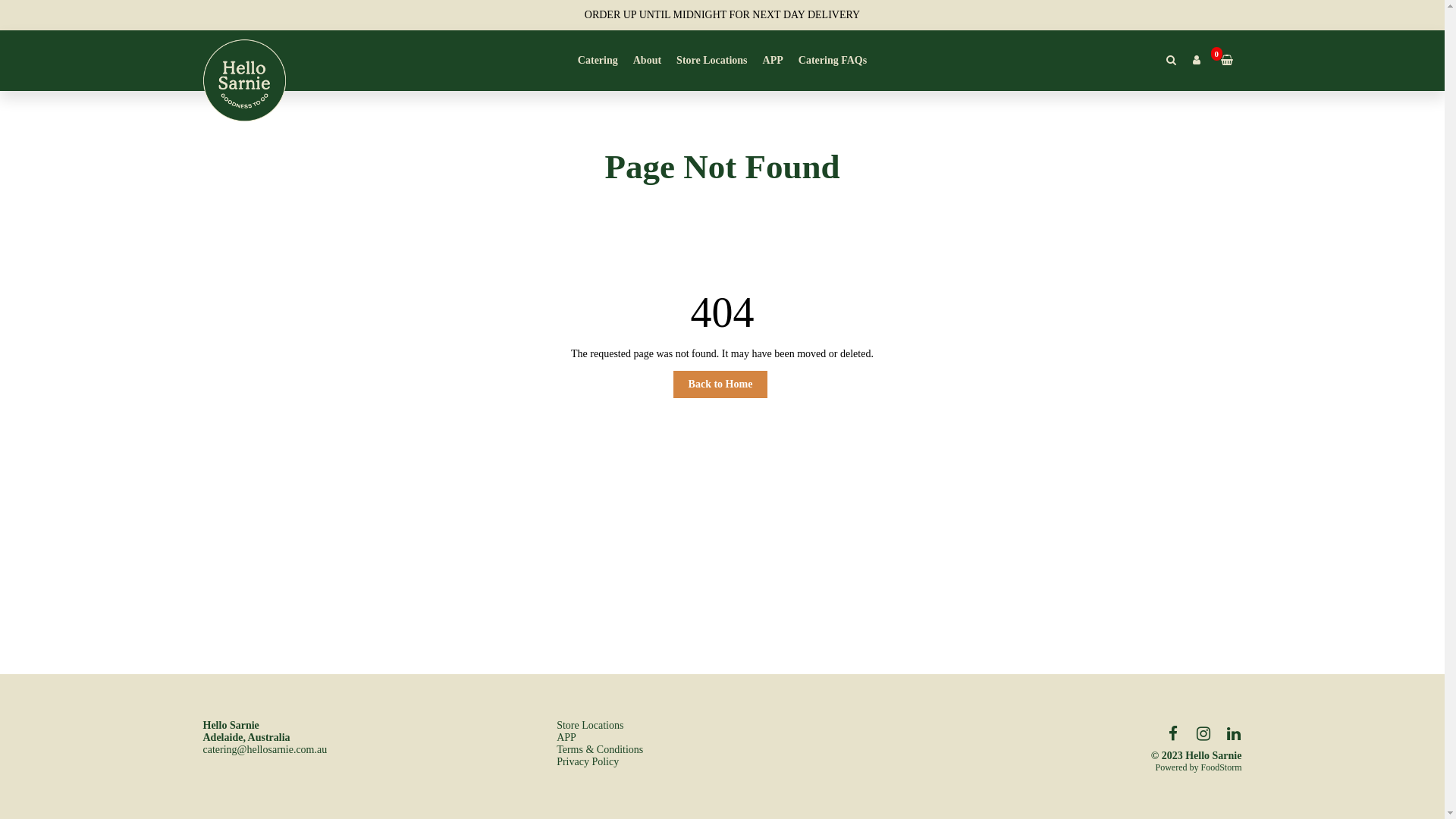  What do you see at coordinates (265, 748) in the screenshot?
I see `'catering@hellosarnie.com.au'` at bounding box center [265, 748].